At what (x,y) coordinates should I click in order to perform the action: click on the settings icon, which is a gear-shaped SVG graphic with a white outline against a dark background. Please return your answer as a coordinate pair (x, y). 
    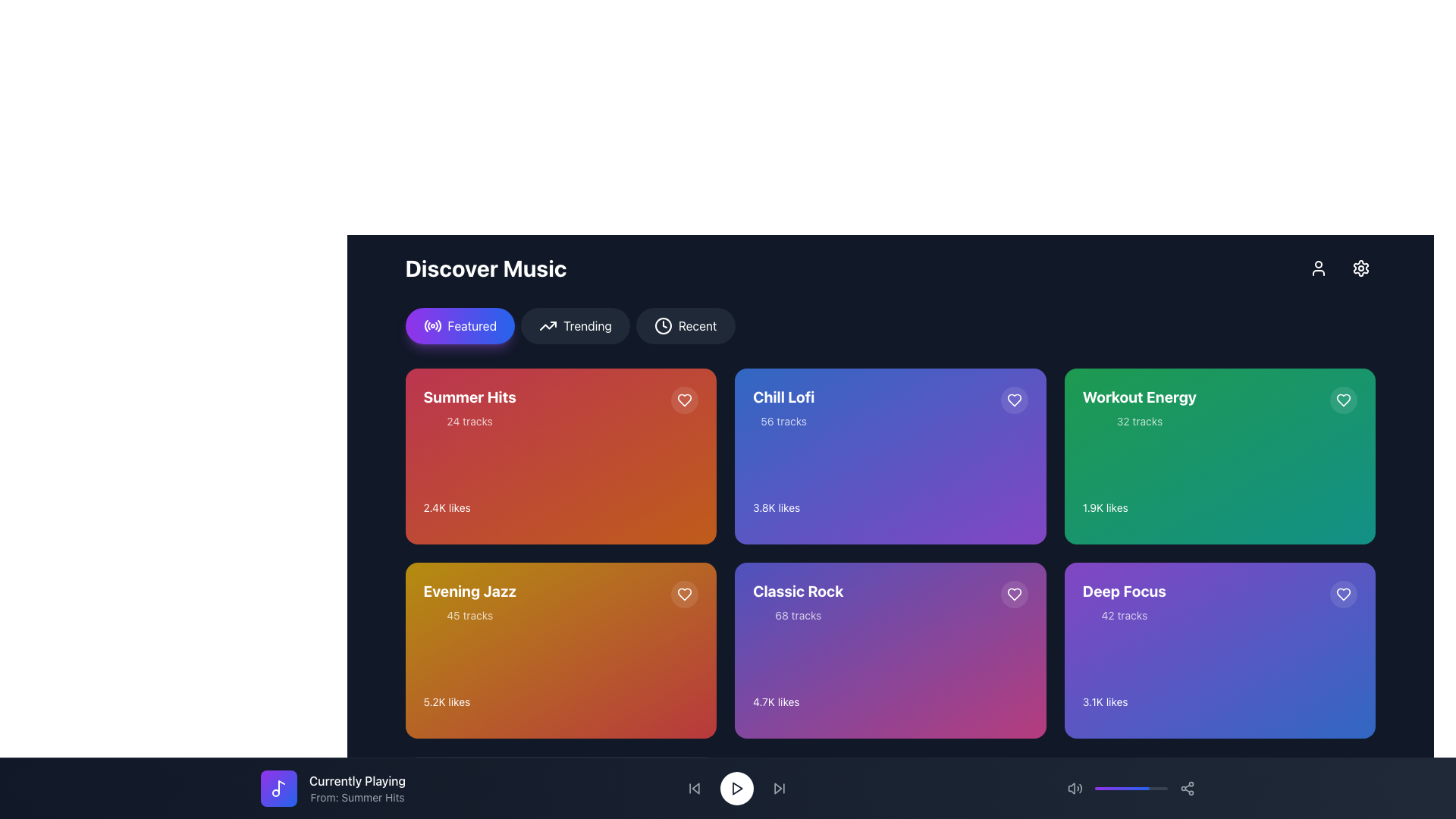
    Looking at the image, I should click on (1360, 268).